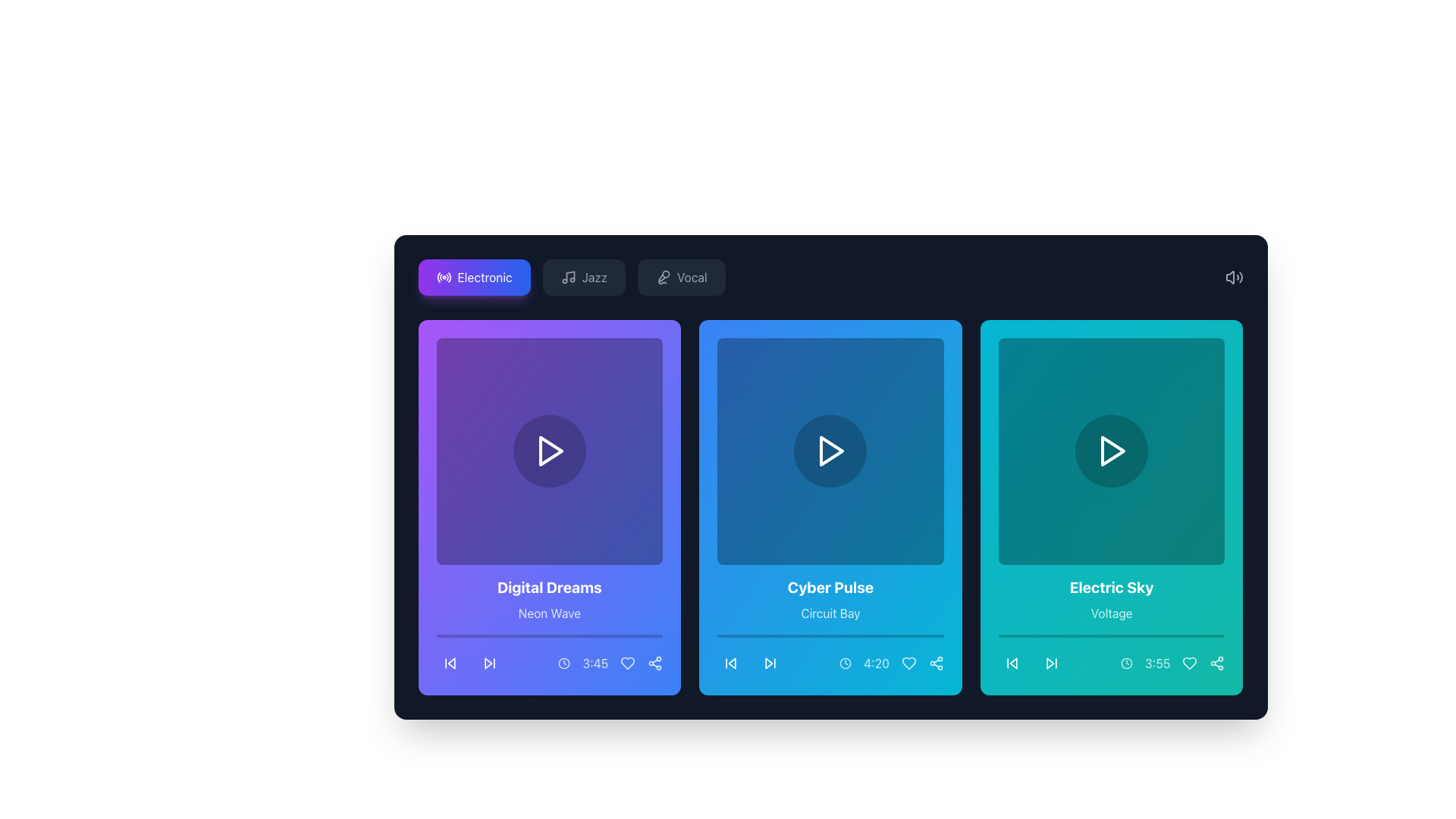 This screenshot has height=819, width=1456. Describe the element at coordinates (662, 278) in the screenshot. I see `'Vocal' category icon in the SVG graphic for its properties, positioned near its center at the specified coordinates` at that location.